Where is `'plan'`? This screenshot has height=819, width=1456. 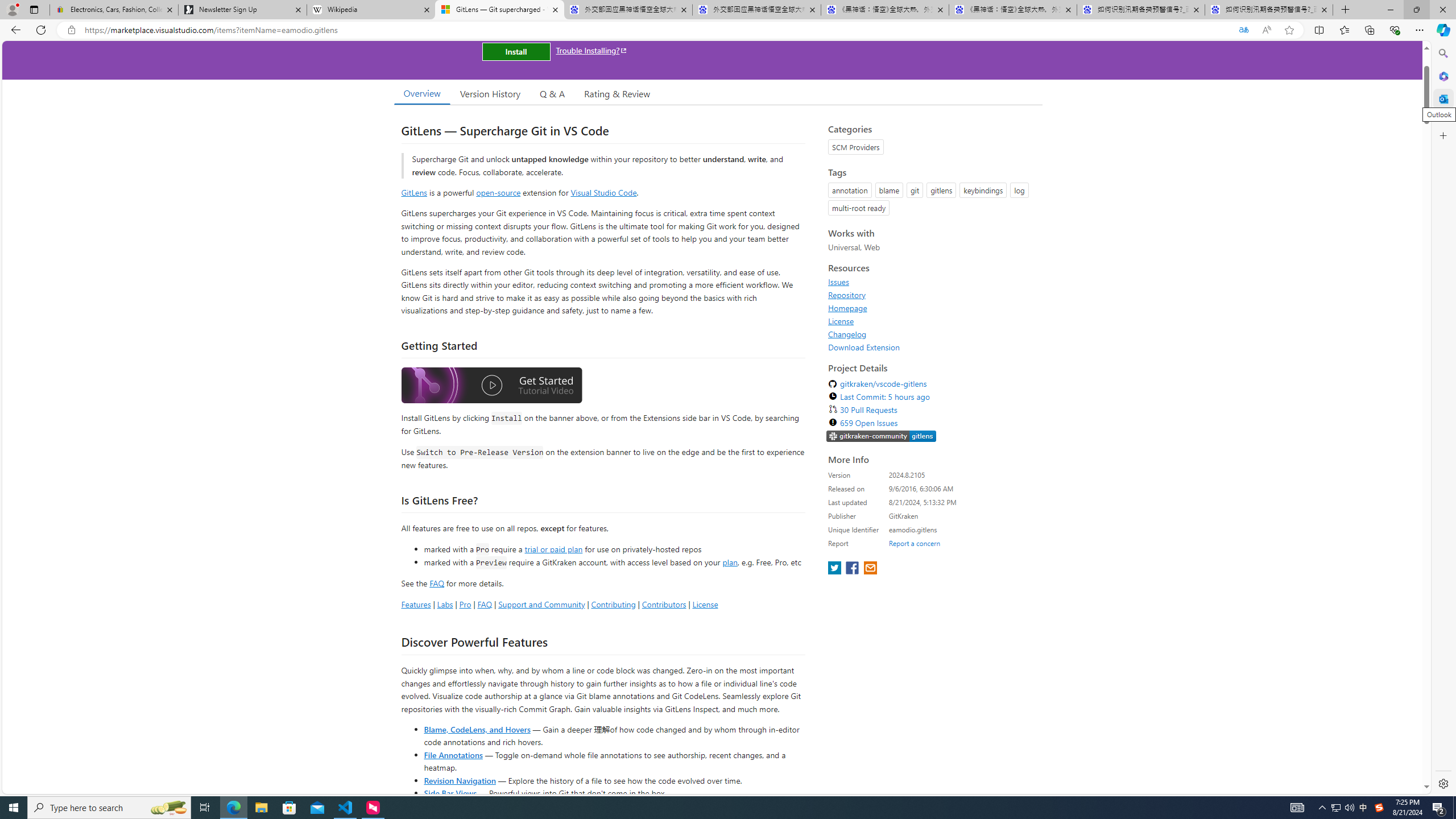 'plan' is located at coordinates (730, 562).